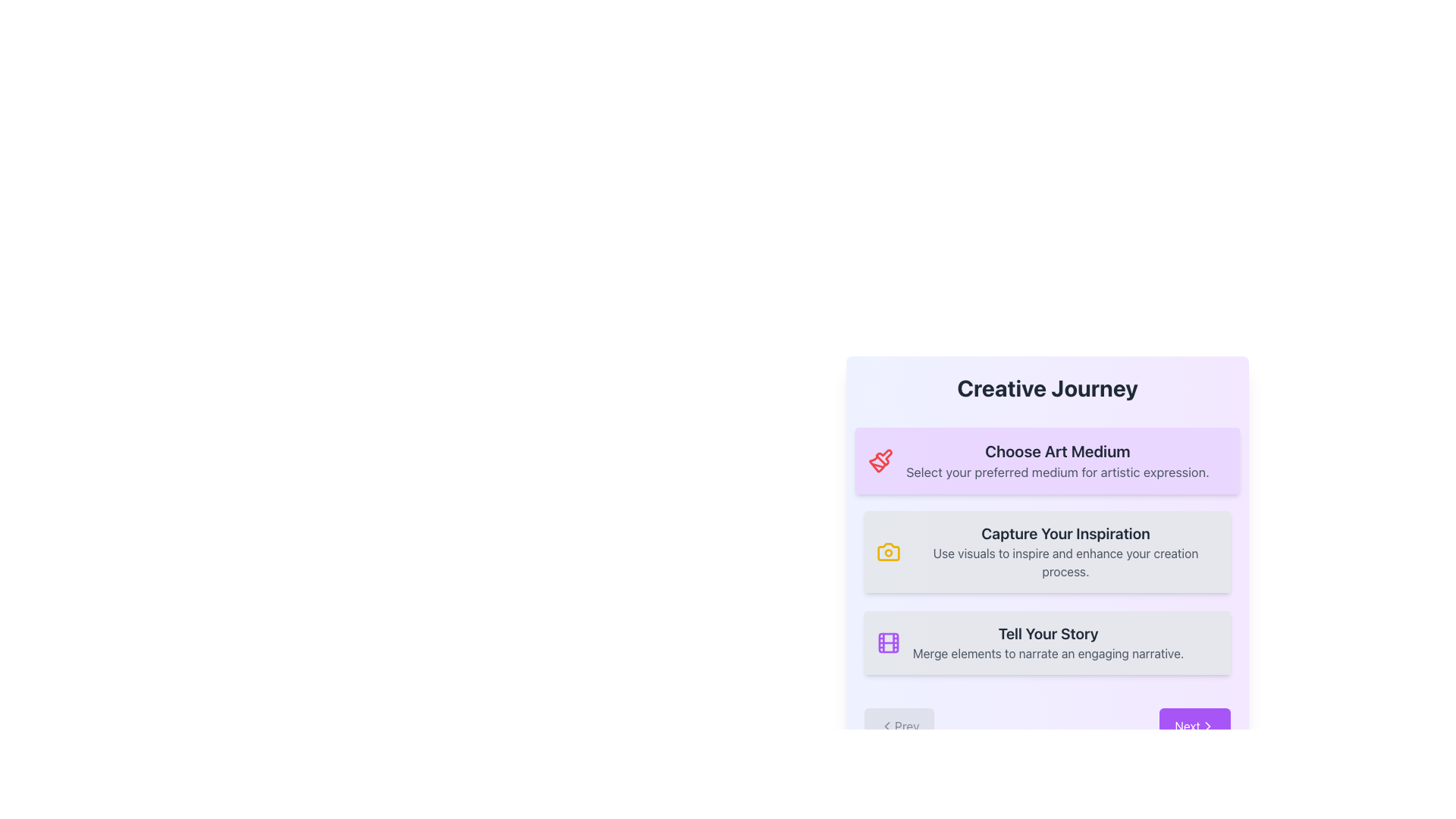  I want to click on the description text within the 'Tell Your Story' card, which provides additional information related to the card's purpose, so click(1047, 652).